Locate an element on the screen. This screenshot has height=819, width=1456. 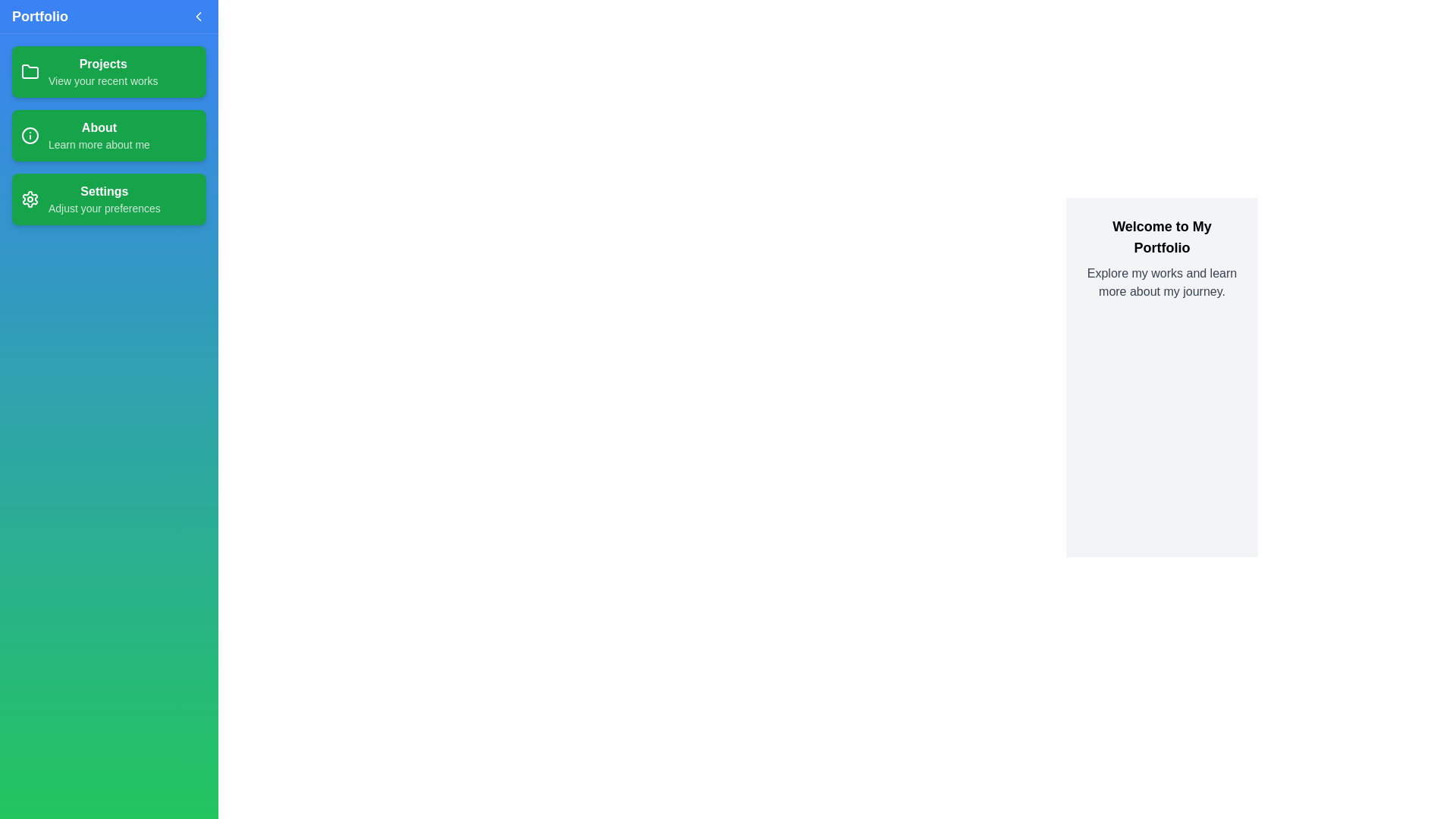
the section Settings in the drawer is located at coordinates (108, 198).